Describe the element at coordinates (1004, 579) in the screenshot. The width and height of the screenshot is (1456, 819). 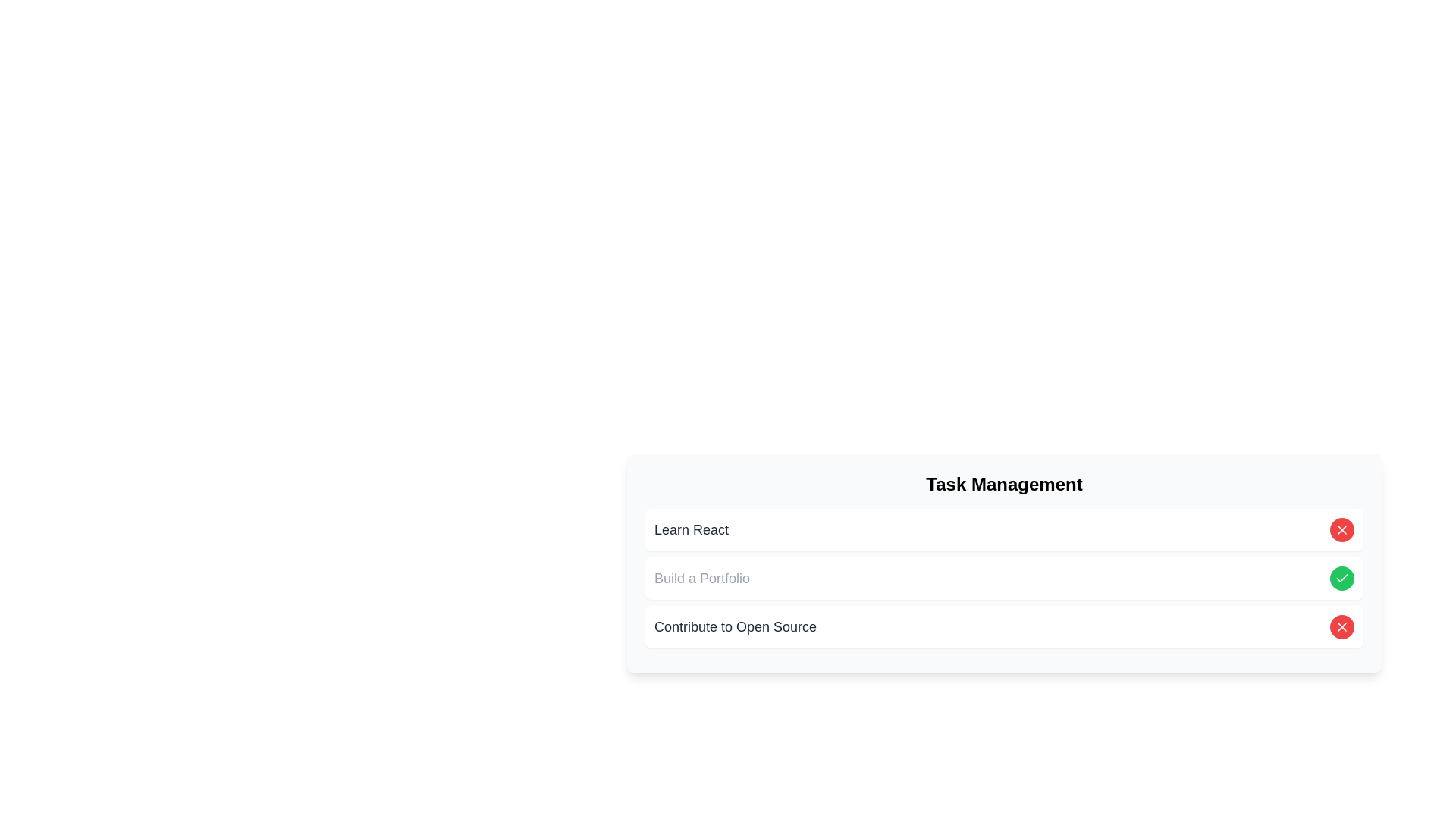
I see `the checkbox of the task item 'Build a Portfolio' in the 'Task Management' section` at that location.